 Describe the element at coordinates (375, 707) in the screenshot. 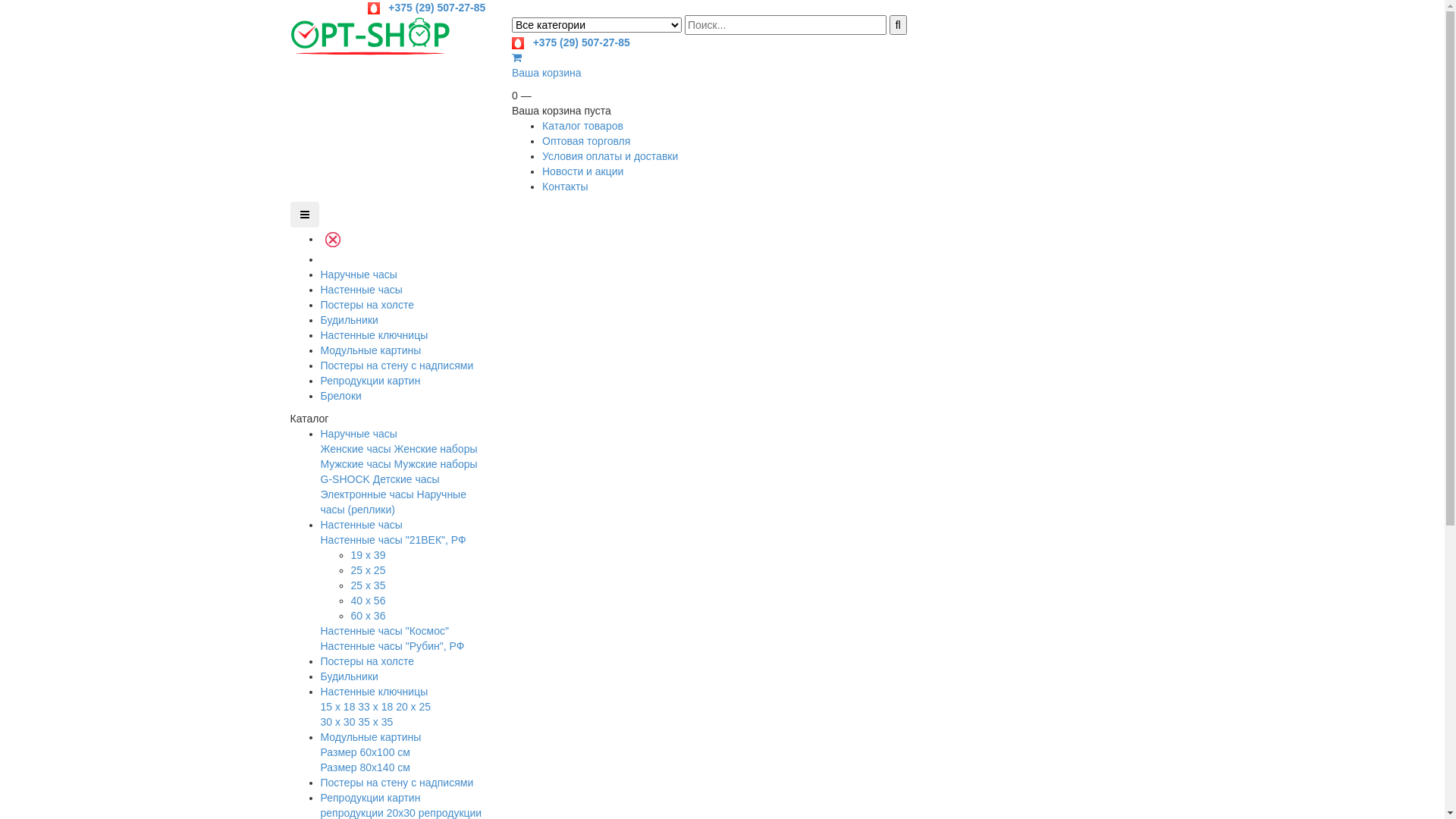

I see `'33 x 18'` at that location.